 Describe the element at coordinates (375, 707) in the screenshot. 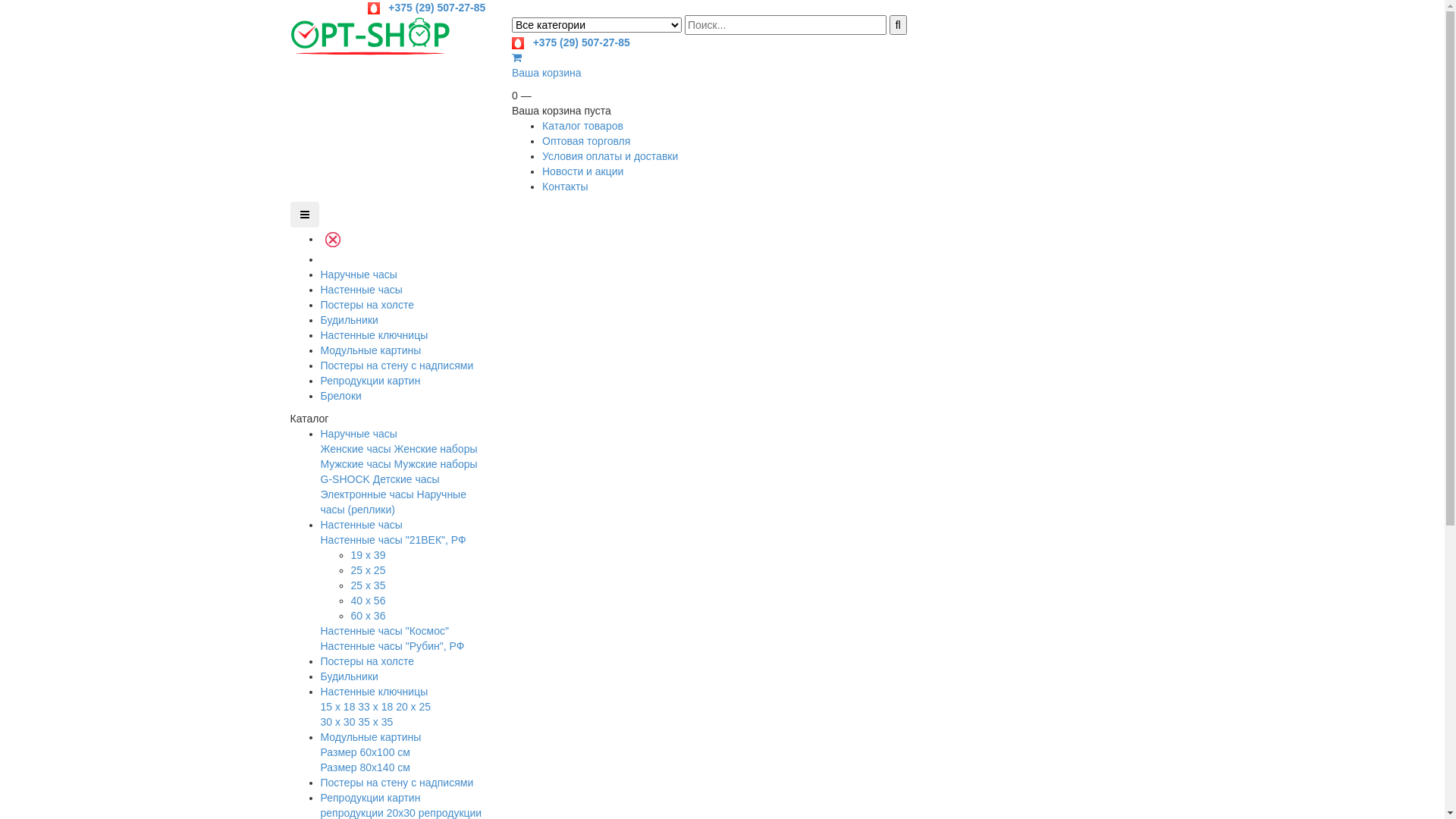

I see `'33 x 18'` at that location.